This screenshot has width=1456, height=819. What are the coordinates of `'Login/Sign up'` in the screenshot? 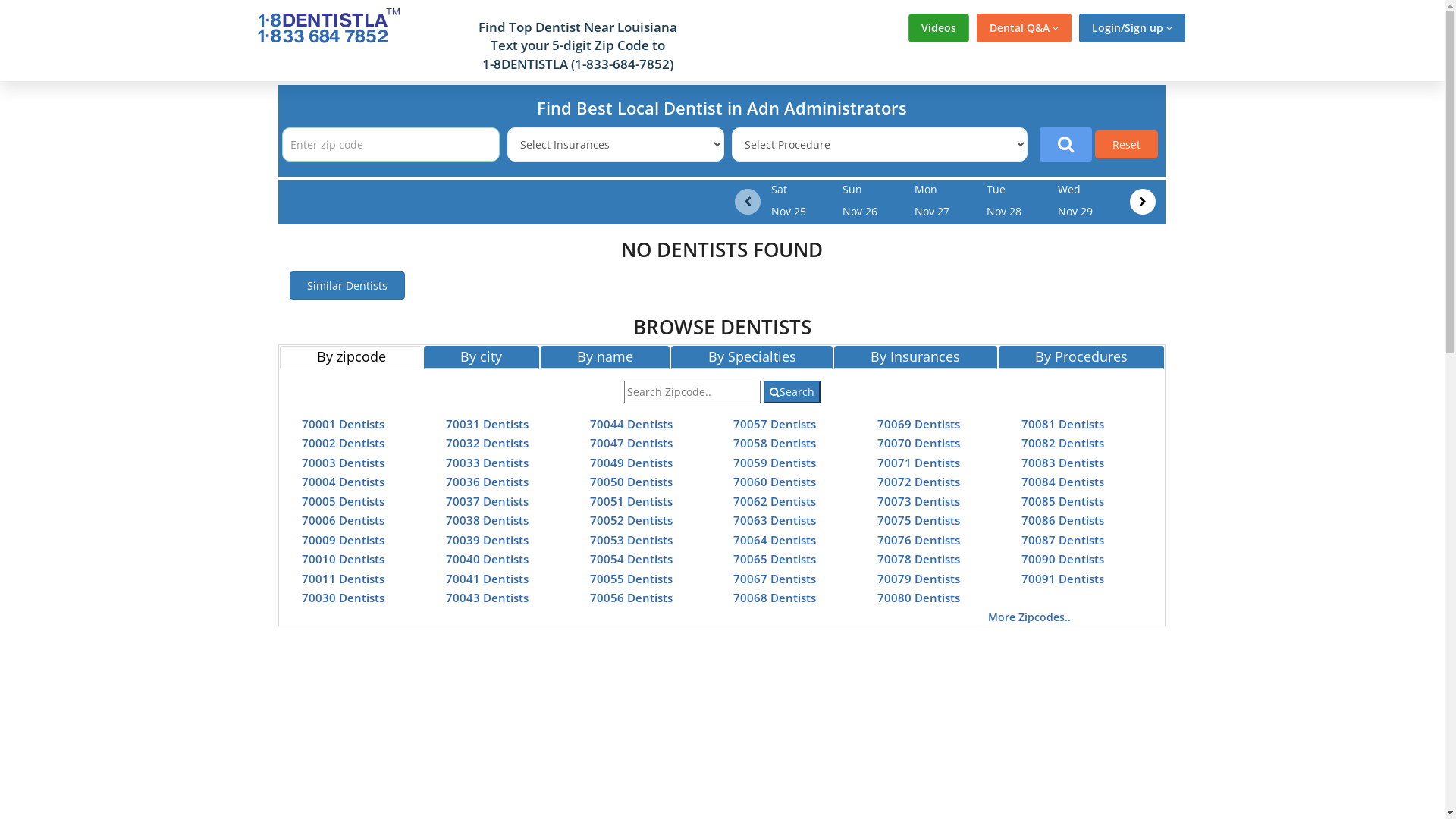 It's located at (1131, 28).